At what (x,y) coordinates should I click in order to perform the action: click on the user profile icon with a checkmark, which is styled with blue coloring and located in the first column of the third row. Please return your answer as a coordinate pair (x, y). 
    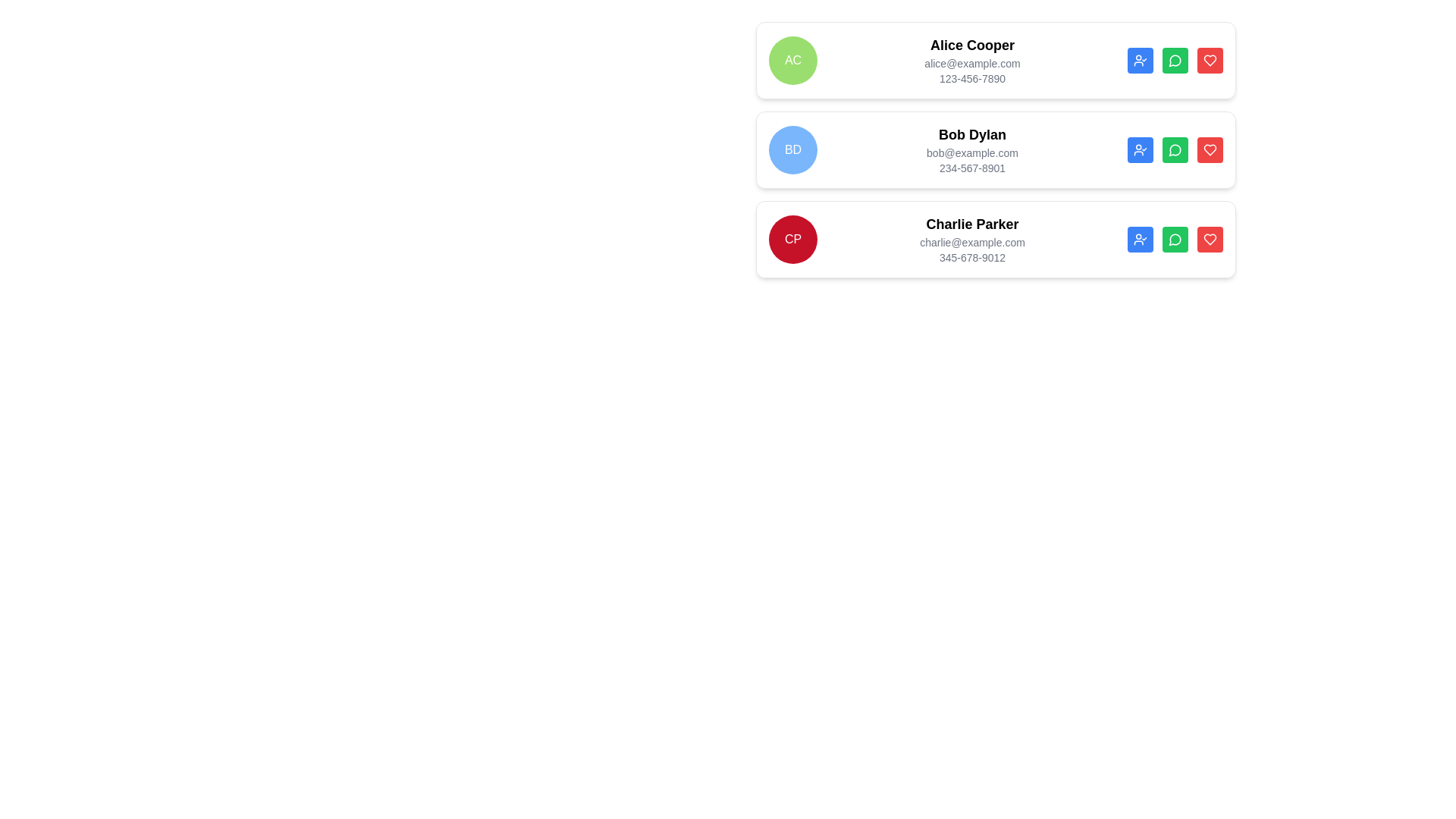
    Looking at the image, I should click on (1140, 239).